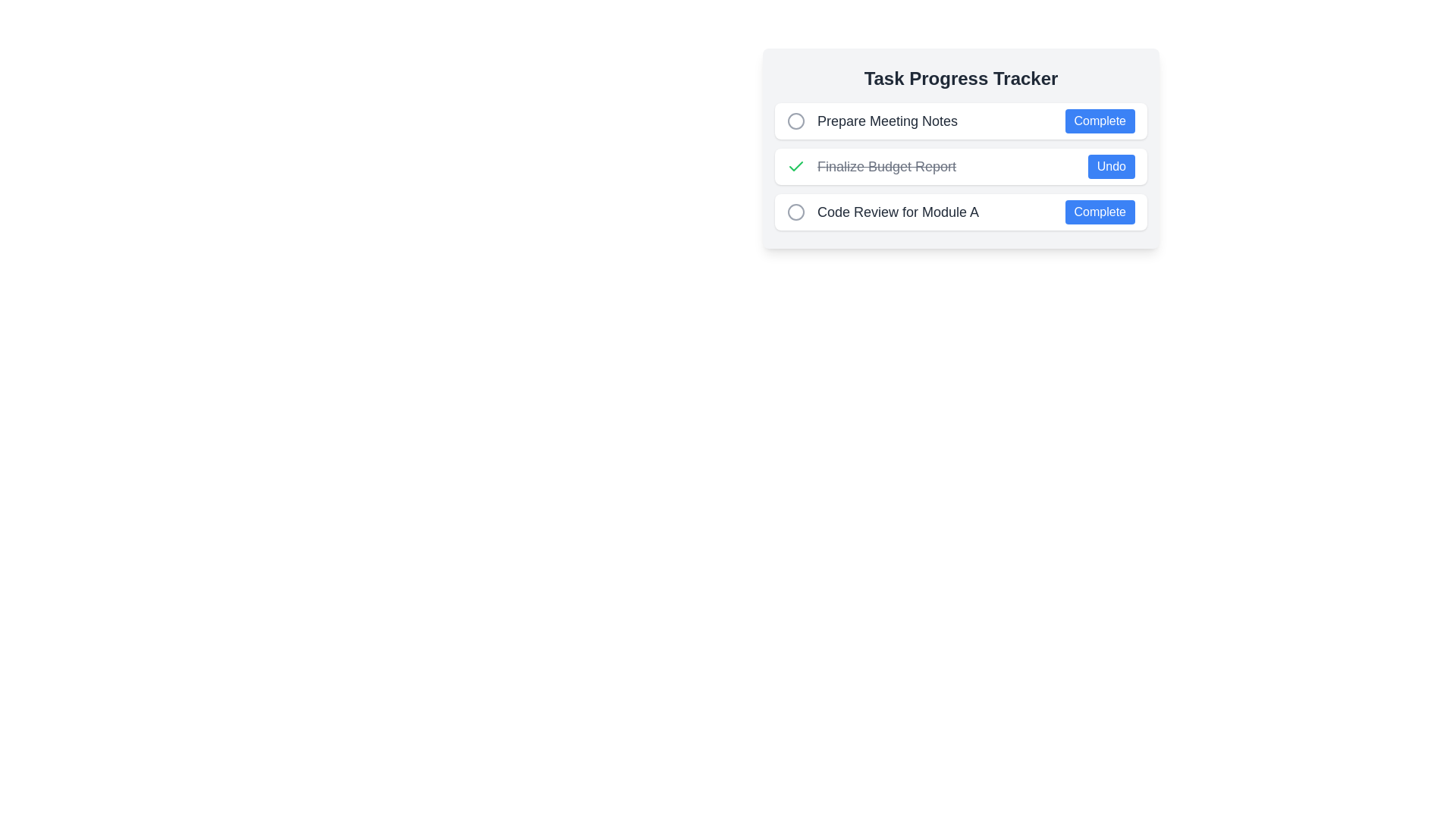 Image resolution: width=1456 pixels, height=819 pixels. Describe the element at coordinates (1100, 212) in the screenshot. I see `the button at the right end of the third row in the 'Task Progress Tracker' to mark 'Code Review for Module A' as complete` at that location.